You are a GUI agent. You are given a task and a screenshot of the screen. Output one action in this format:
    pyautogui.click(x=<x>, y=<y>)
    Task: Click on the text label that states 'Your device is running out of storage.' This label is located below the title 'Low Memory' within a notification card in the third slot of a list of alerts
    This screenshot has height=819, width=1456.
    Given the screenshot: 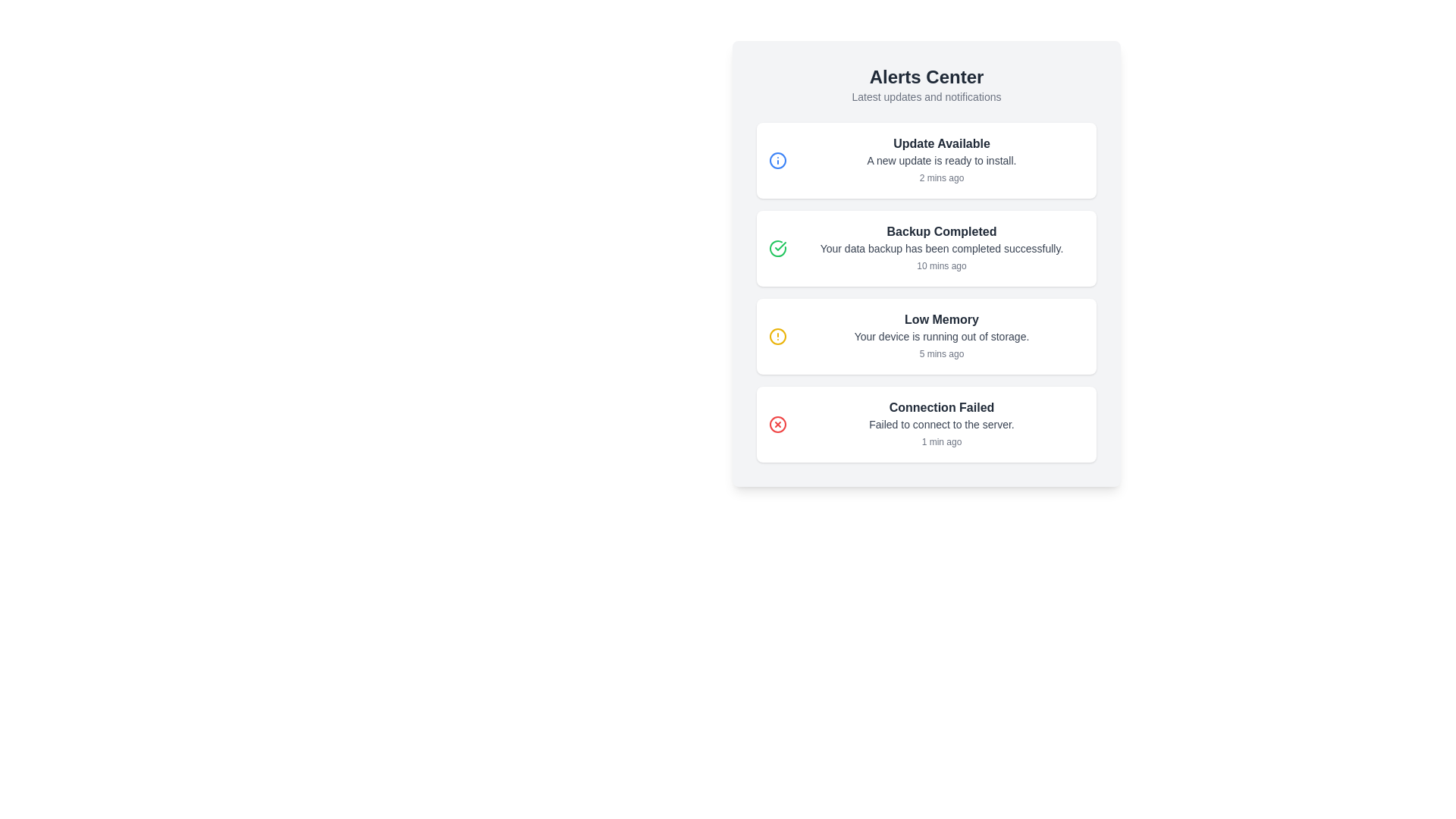 What is the action you would take?
    pyautogui.click(x=941, y=335)
    